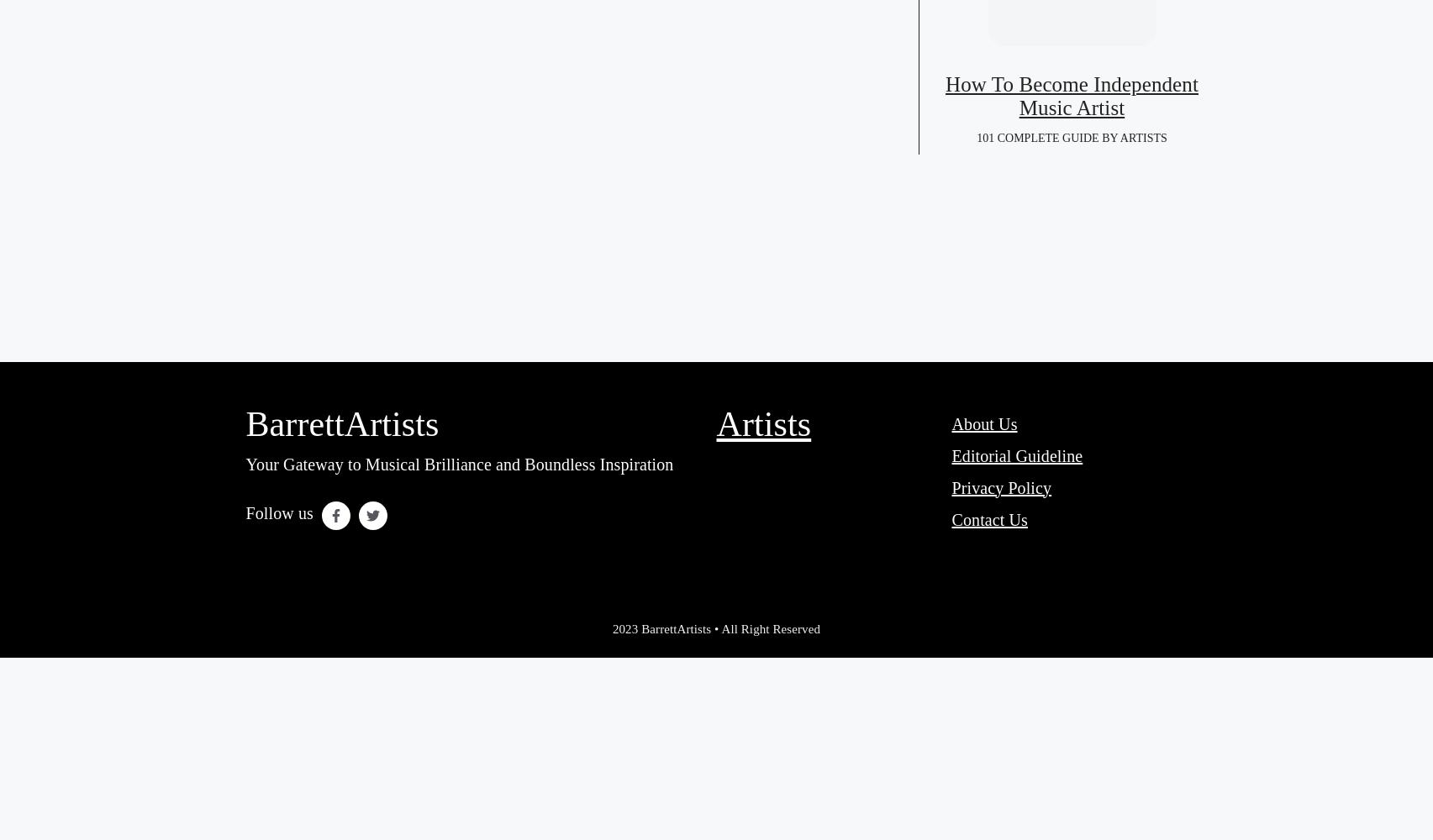  I want to click on '2023 BarrettArtists • All Right Reserved', so click(715, 627).